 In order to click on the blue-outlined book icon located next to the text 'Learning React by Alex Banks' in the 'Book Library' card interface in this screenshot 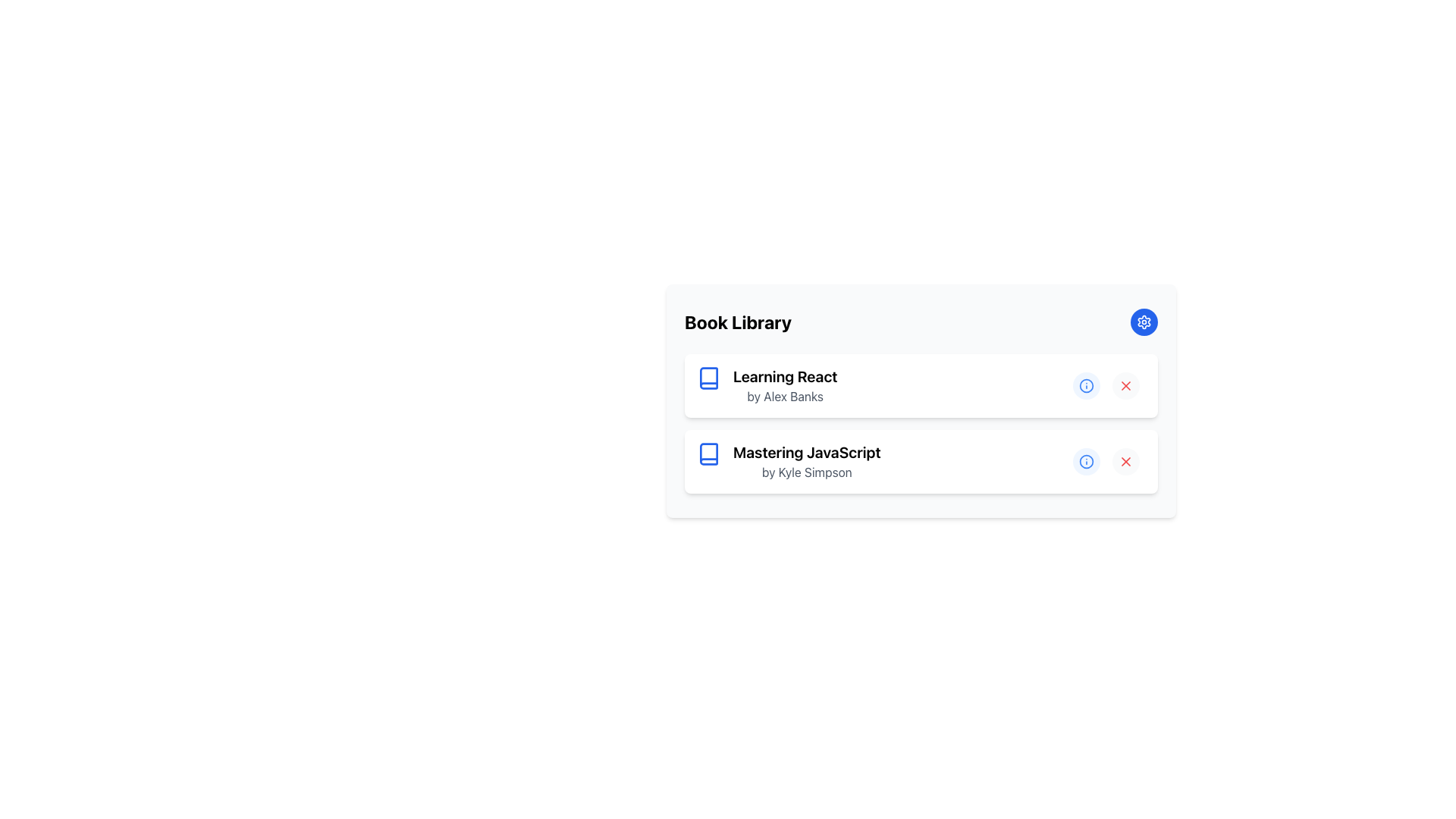, I will do `click(708, 376)`.